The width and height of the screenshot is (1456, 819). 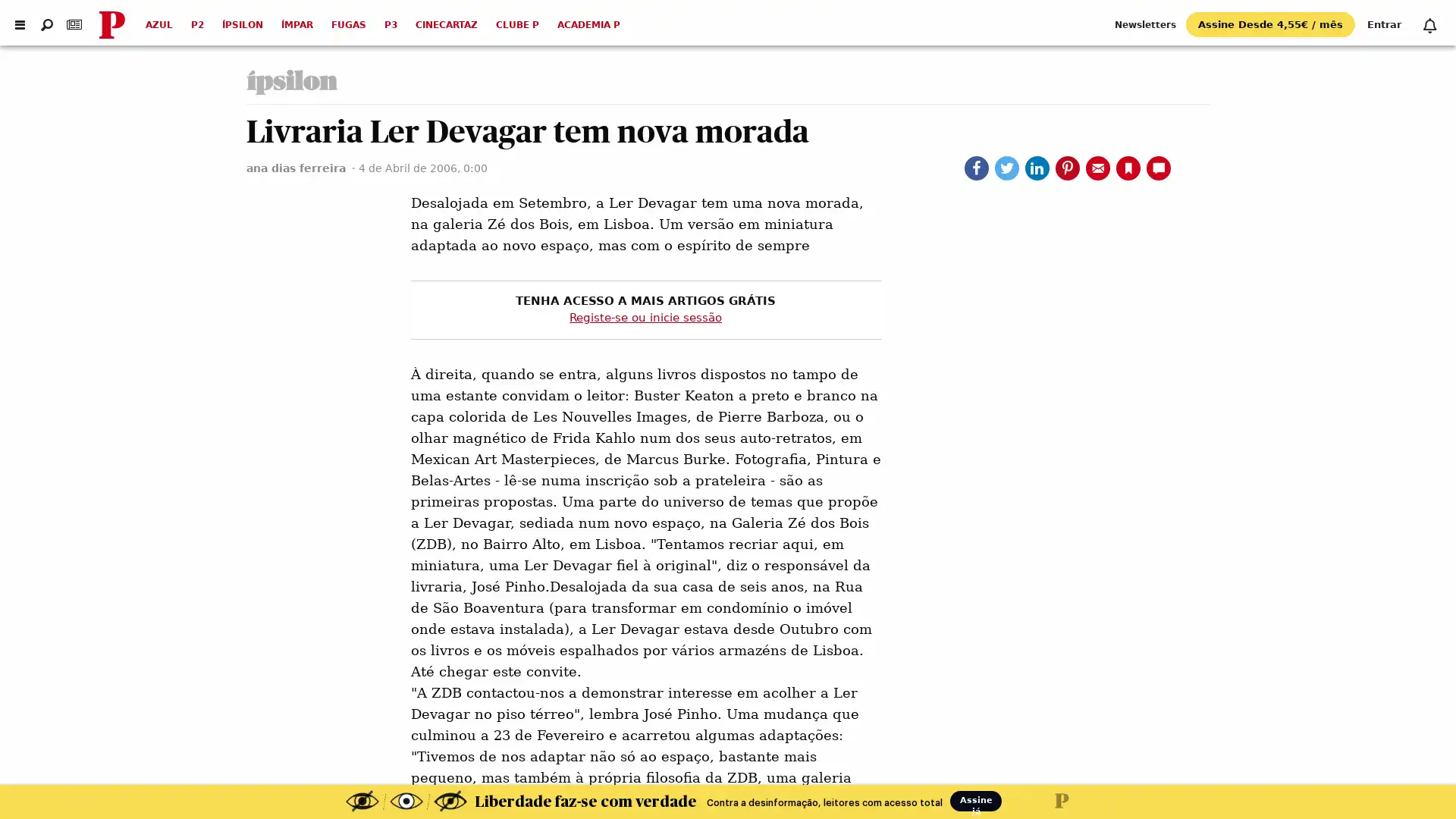 I want to click on Abrir menu, so click(x=19, y=24).